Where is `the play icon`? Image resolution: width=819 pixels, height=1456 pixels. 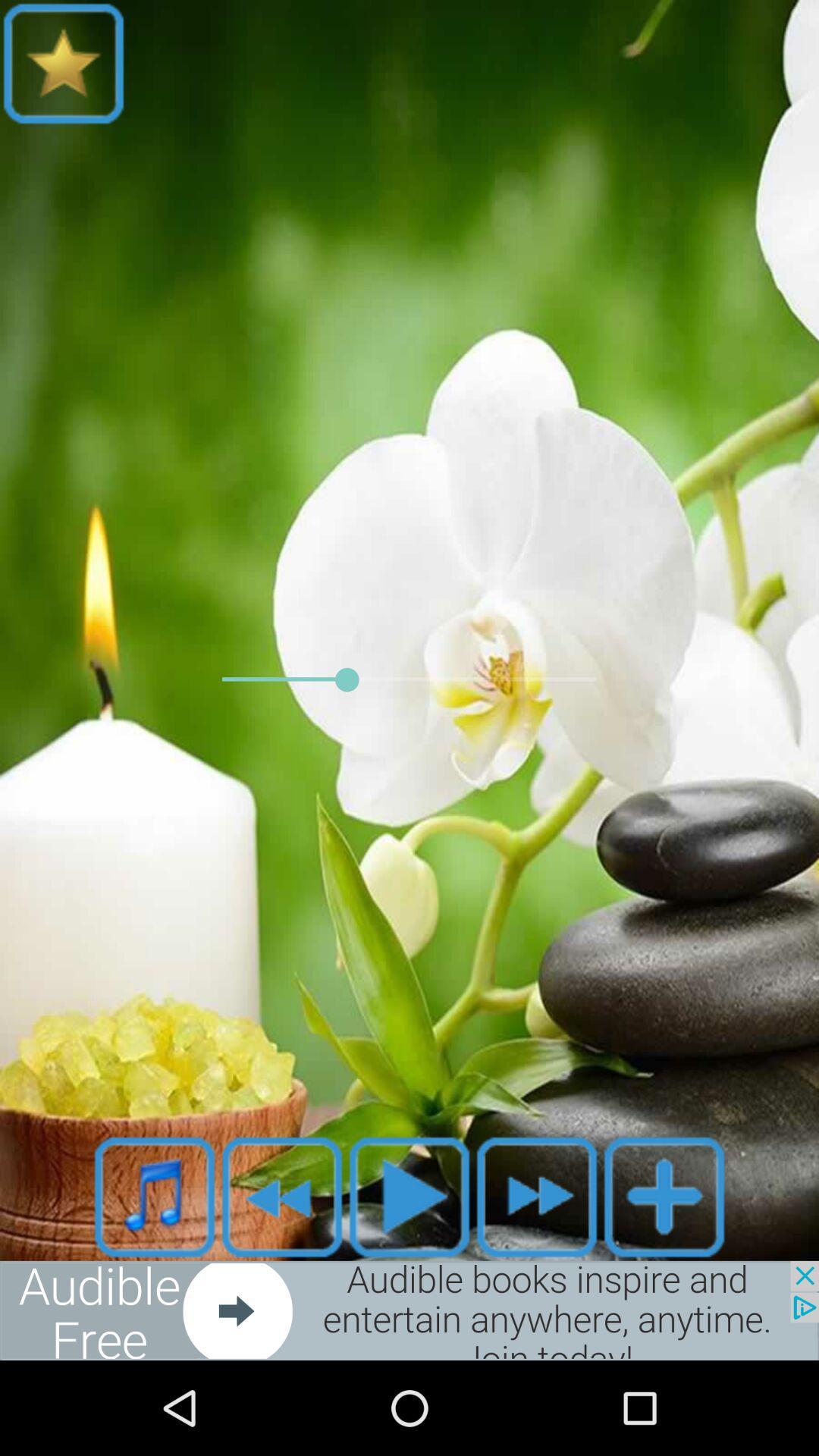
the play icon is located at coordinates (409, 1196).